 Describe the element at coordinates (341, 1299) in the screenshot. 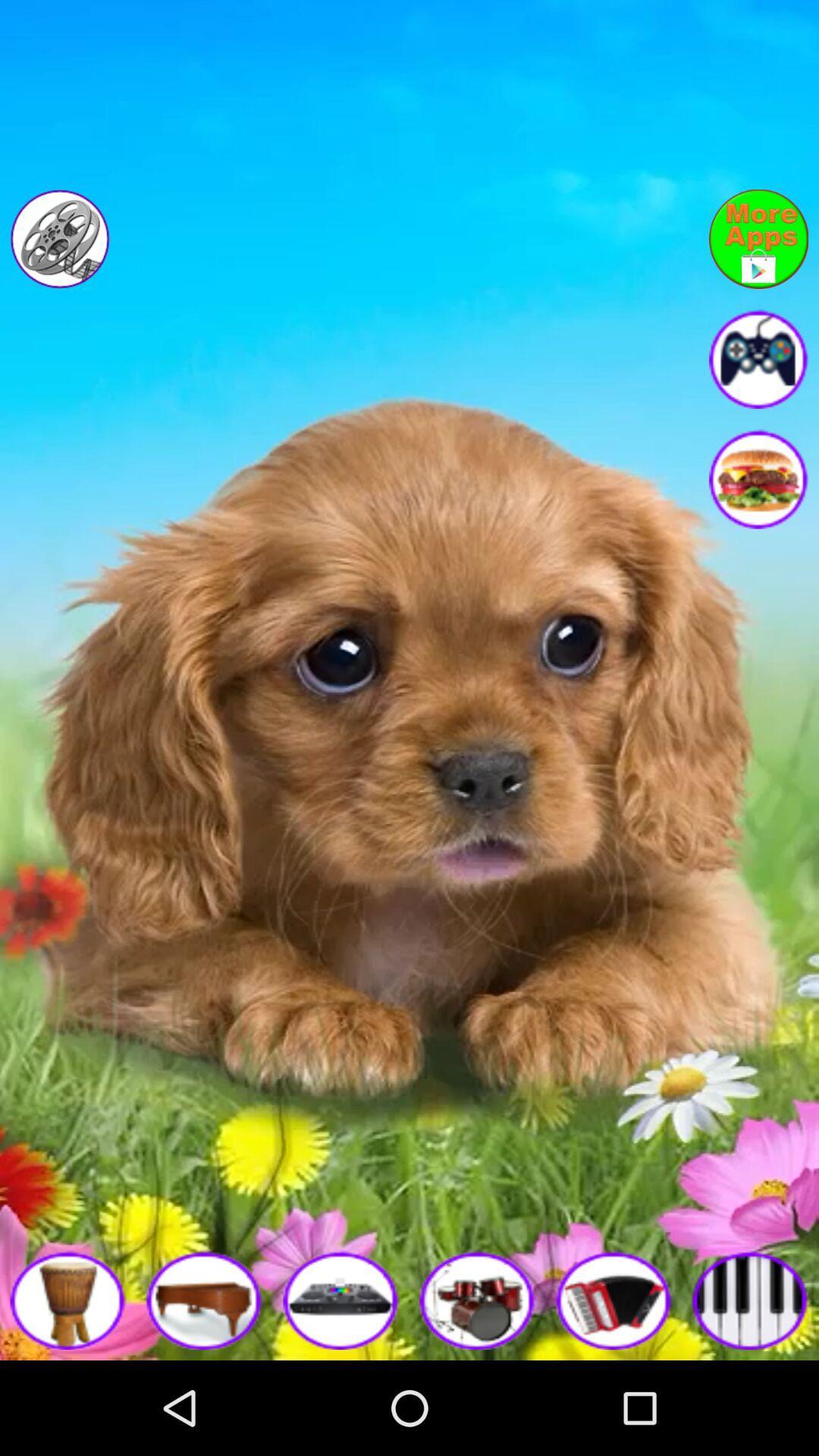

I see `electronic mix` at that location.